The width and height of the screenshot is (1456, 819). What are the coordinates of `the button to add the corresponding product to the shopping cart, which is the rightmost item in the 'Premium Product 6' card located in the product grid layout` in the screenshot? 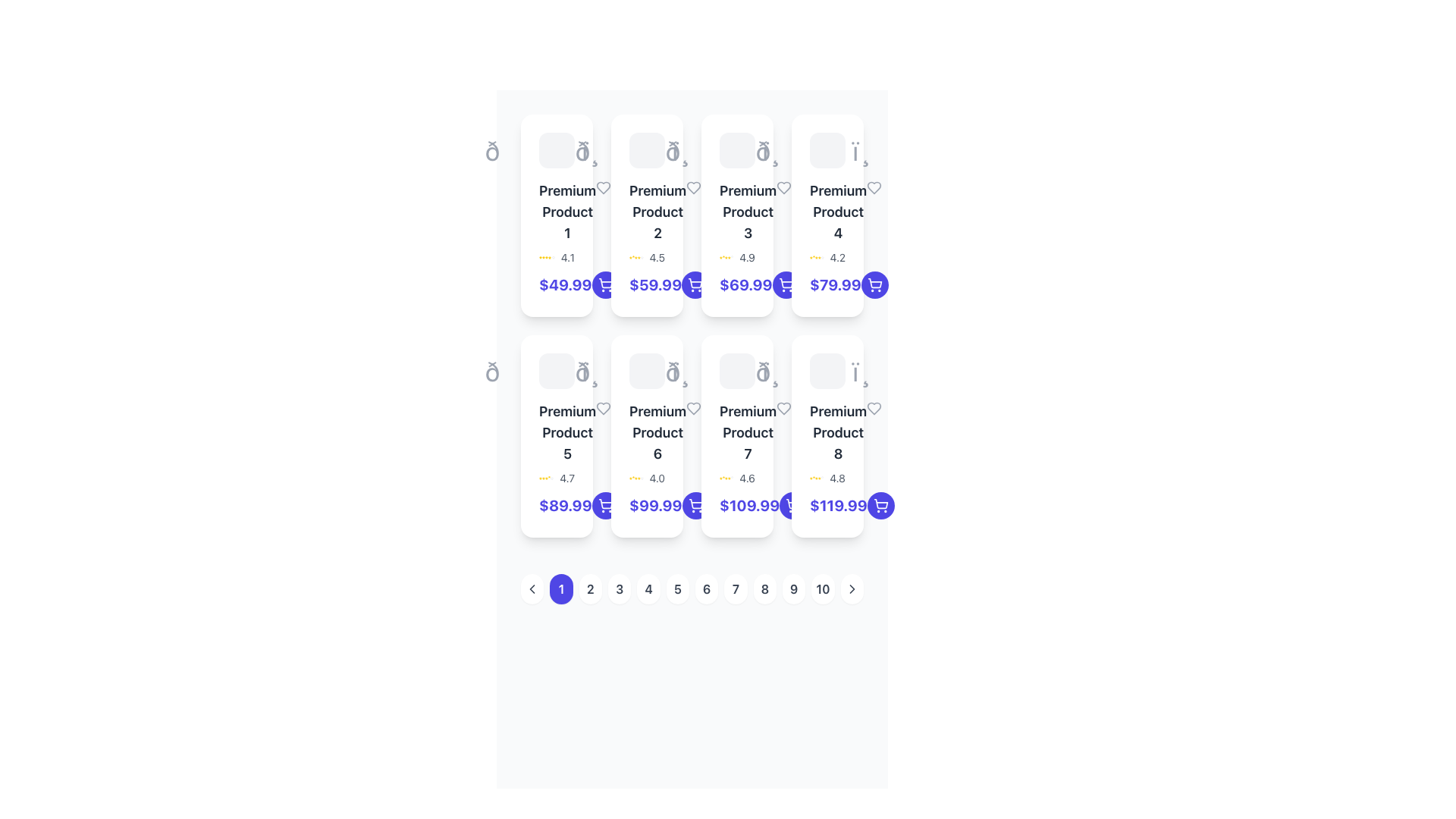 It's located at (695, 506).